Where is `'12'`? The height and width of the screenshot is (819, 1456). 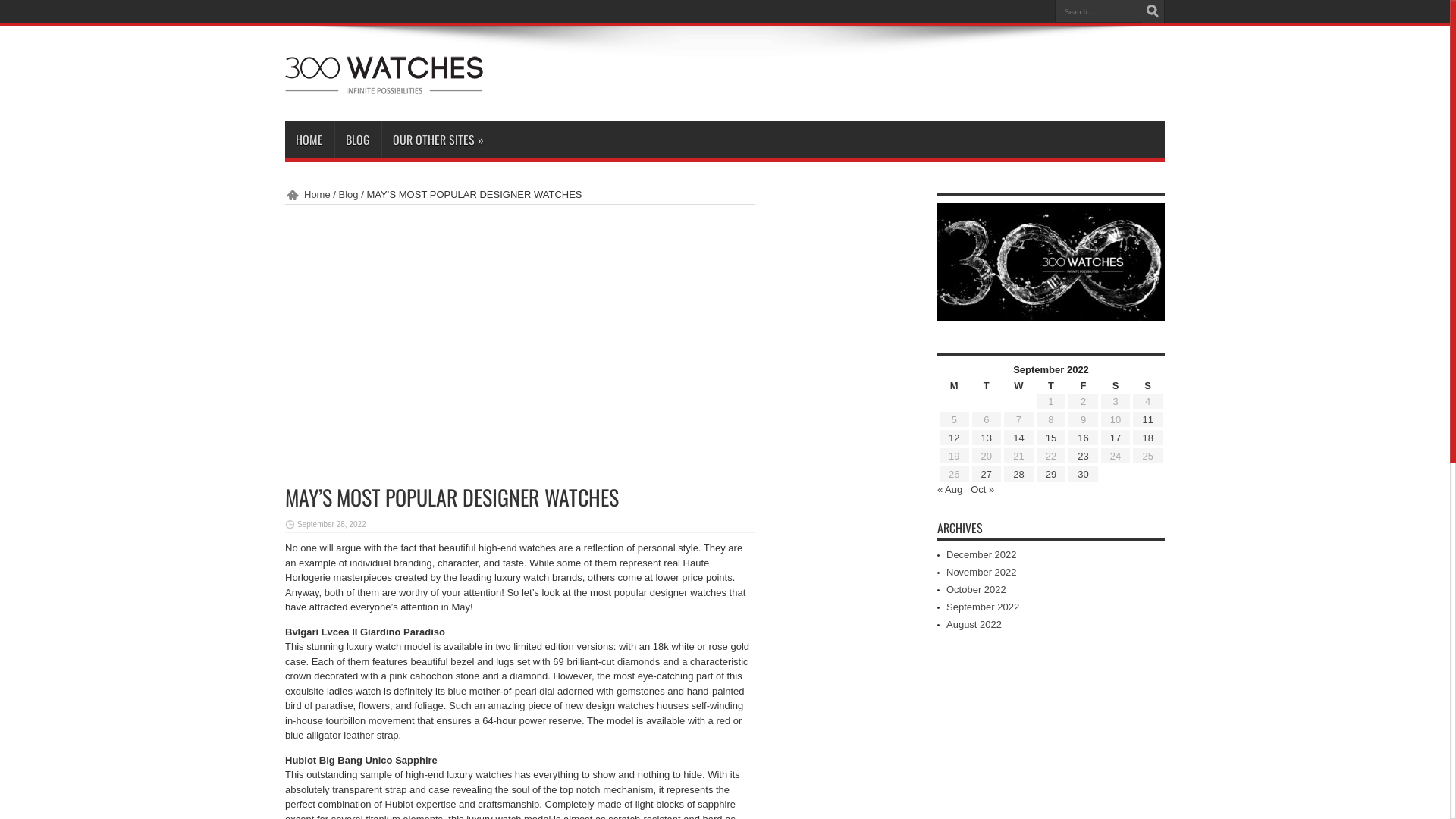
'12' is located at coordinates (952, 438).